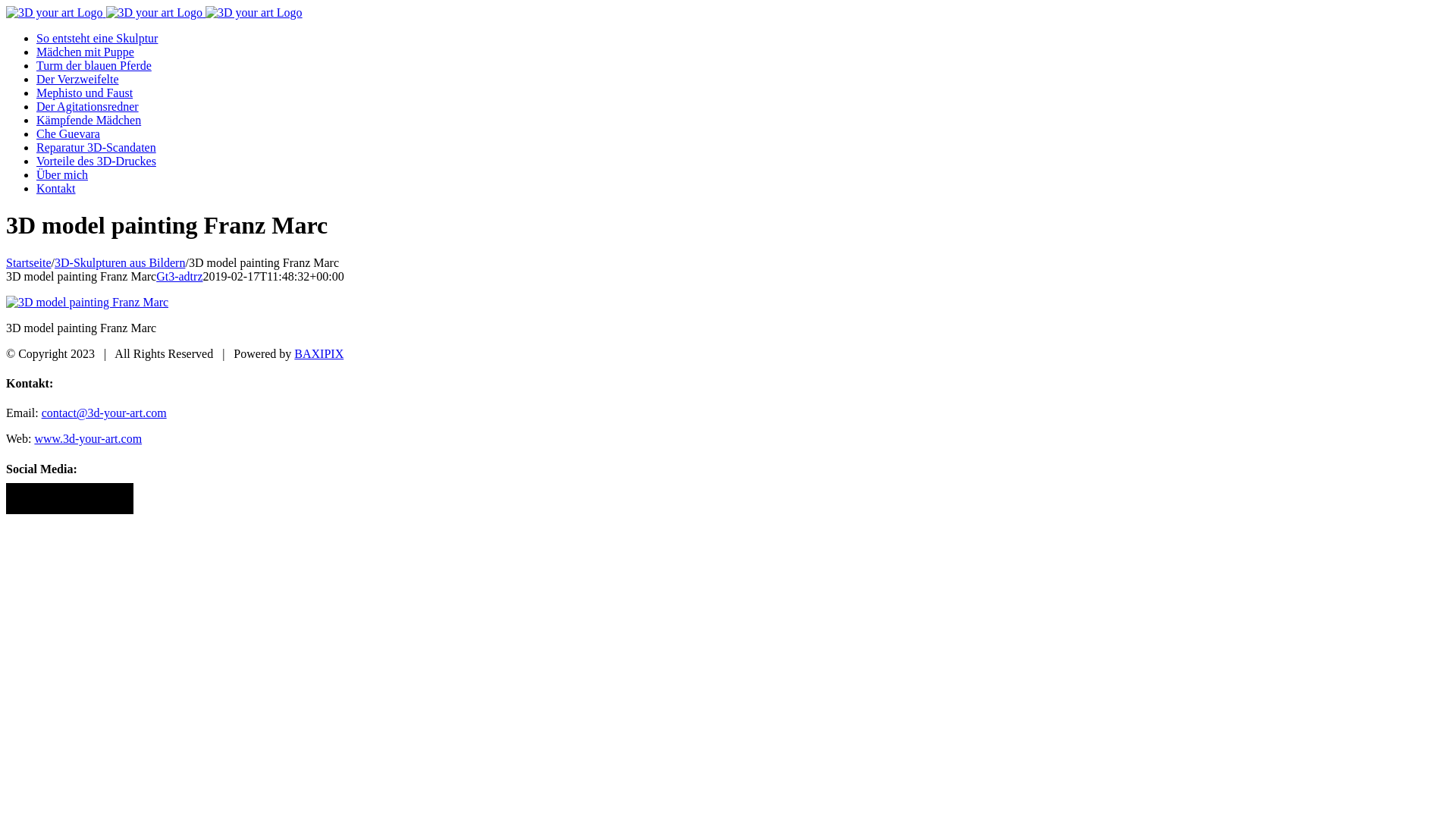 The image size is (1456, 819). What do you see at coordinates (61, 498) in the screenshot?
I see `'Twitter'` at bounding box center [61, 498].